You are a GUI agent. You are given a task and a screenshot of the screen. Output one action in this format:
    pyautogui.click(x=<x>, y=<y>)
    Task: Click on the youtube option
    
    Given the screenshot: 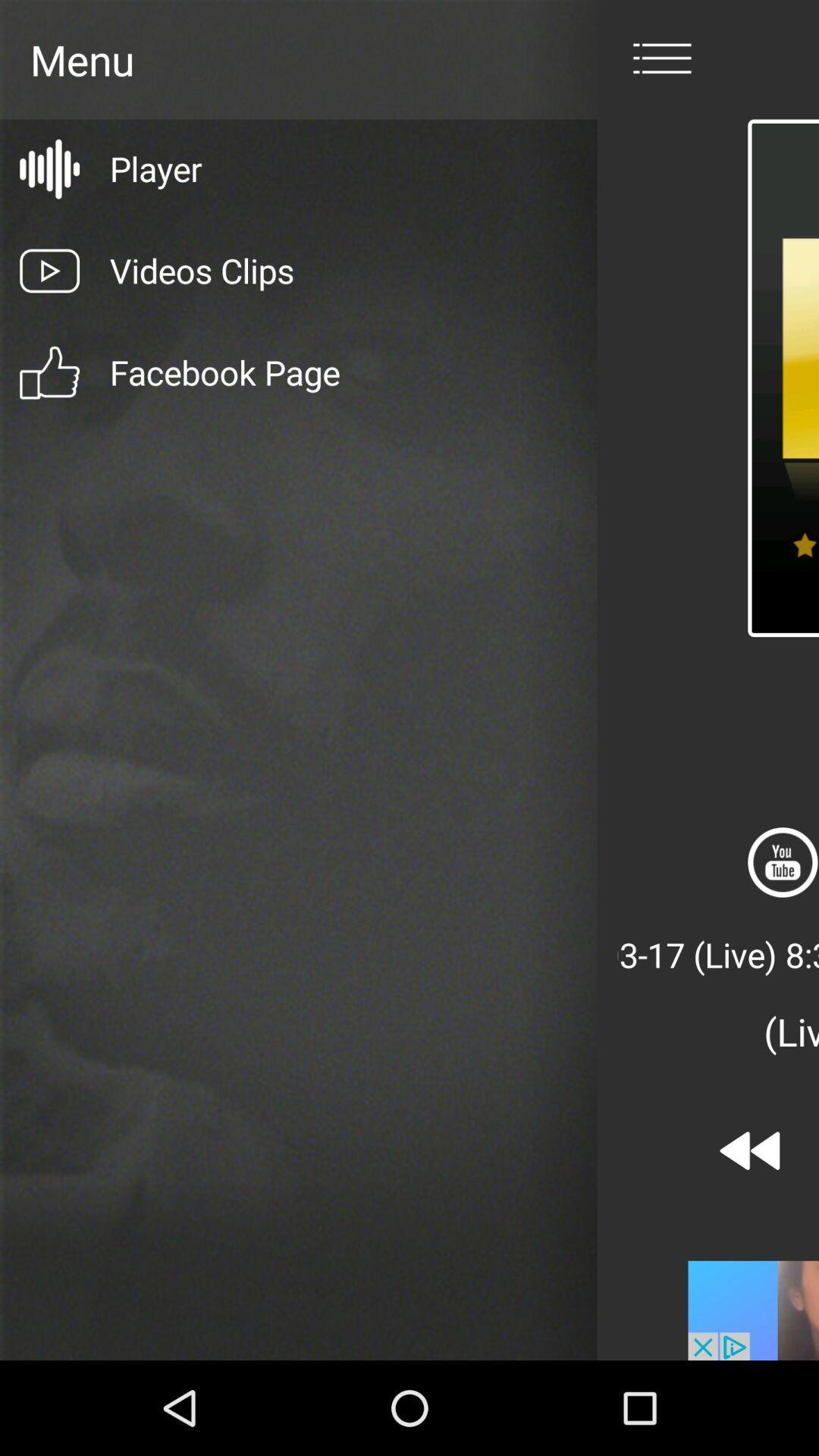 What is the action you would take?
    pyautogui.click(x=783, y=862)
    